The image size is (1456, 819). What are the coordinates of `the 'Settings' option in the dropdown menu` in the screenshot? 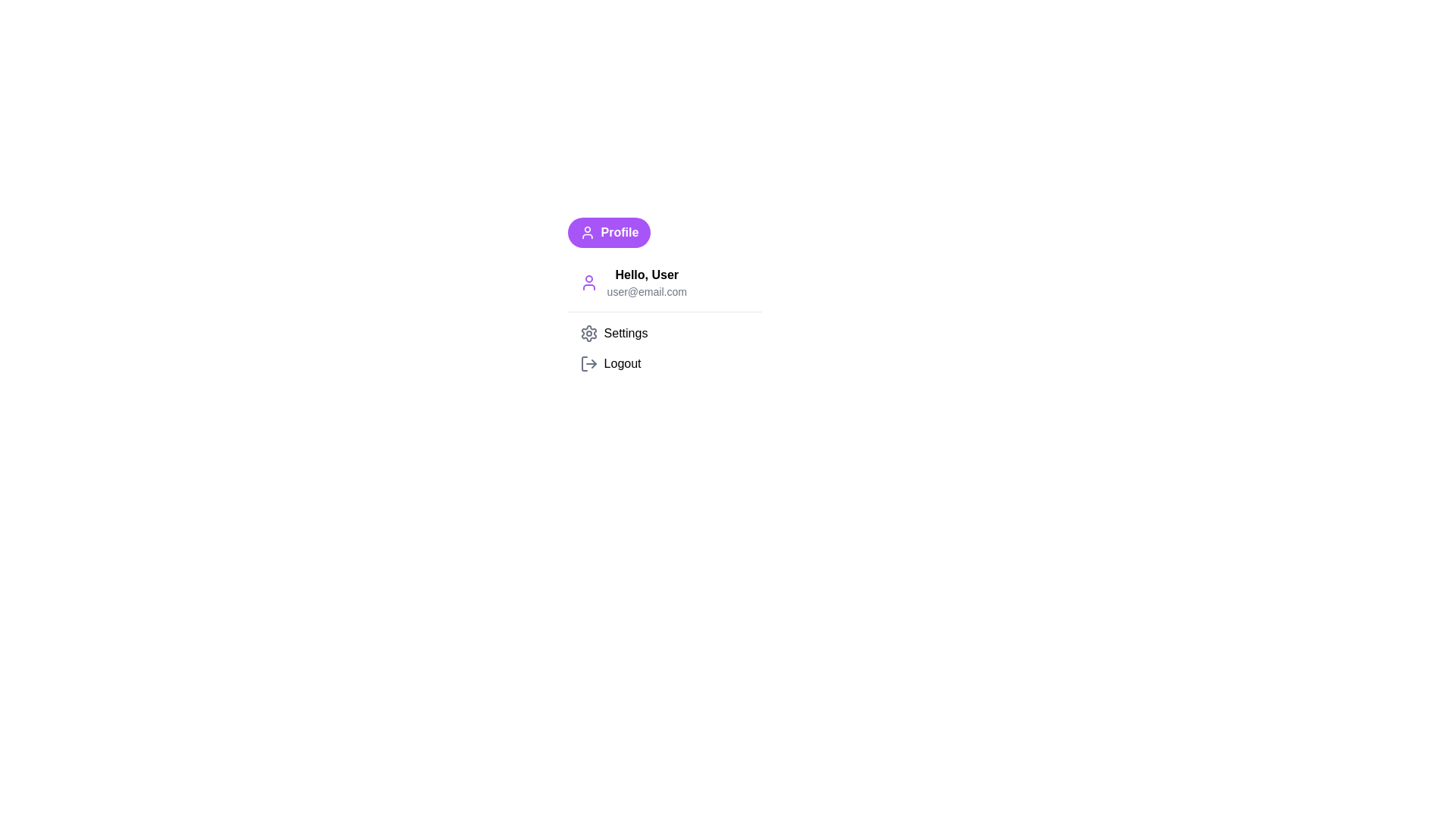 It's located at (664, 332).